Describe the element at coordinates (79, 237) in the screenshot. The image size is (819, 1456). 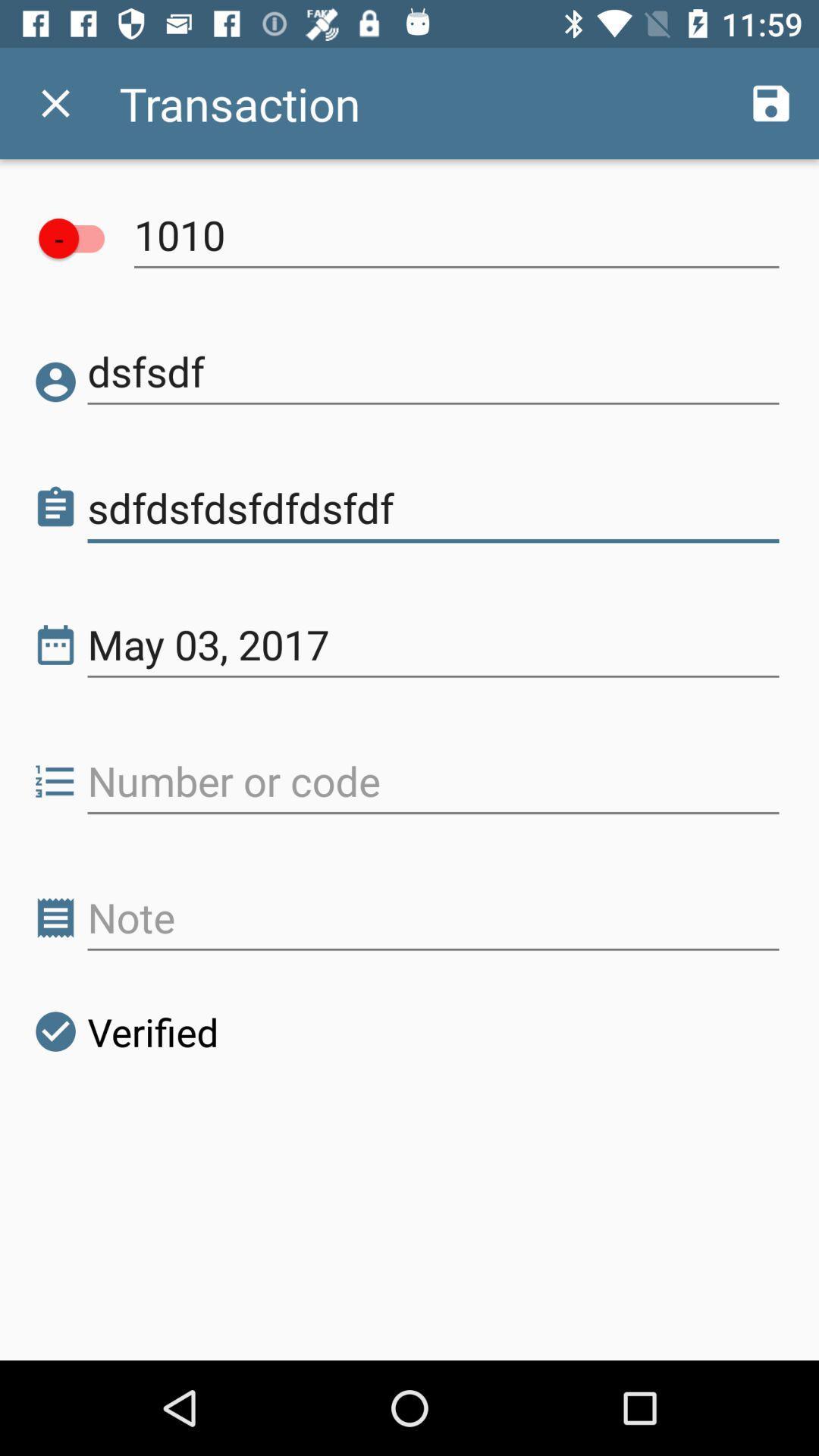
I see `item above dsfsdf icon` at that location.